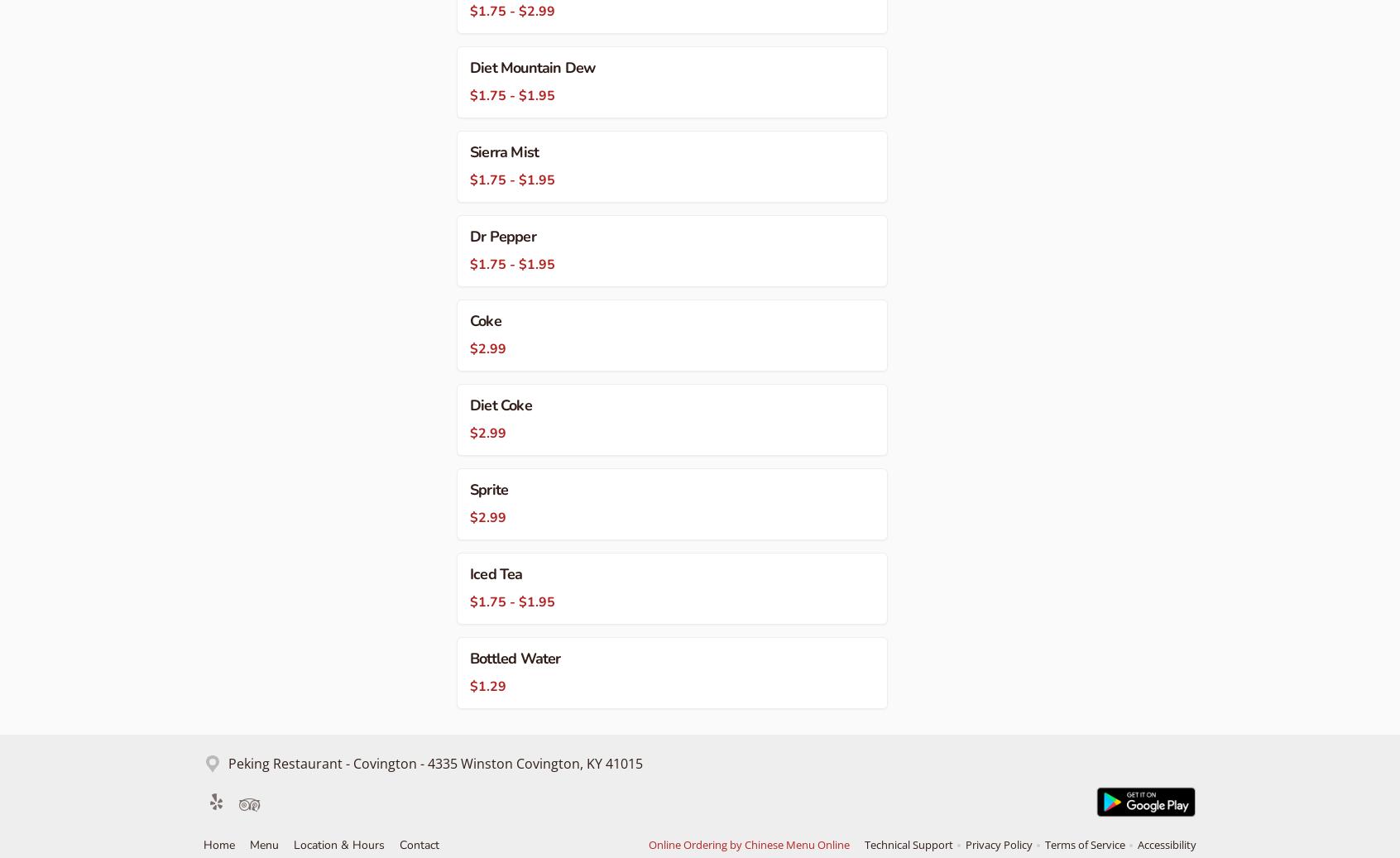 Image resolution: width=1400 pixels, height=858 pixels. I want to click on 'Iced Tea', so click(495, 573).